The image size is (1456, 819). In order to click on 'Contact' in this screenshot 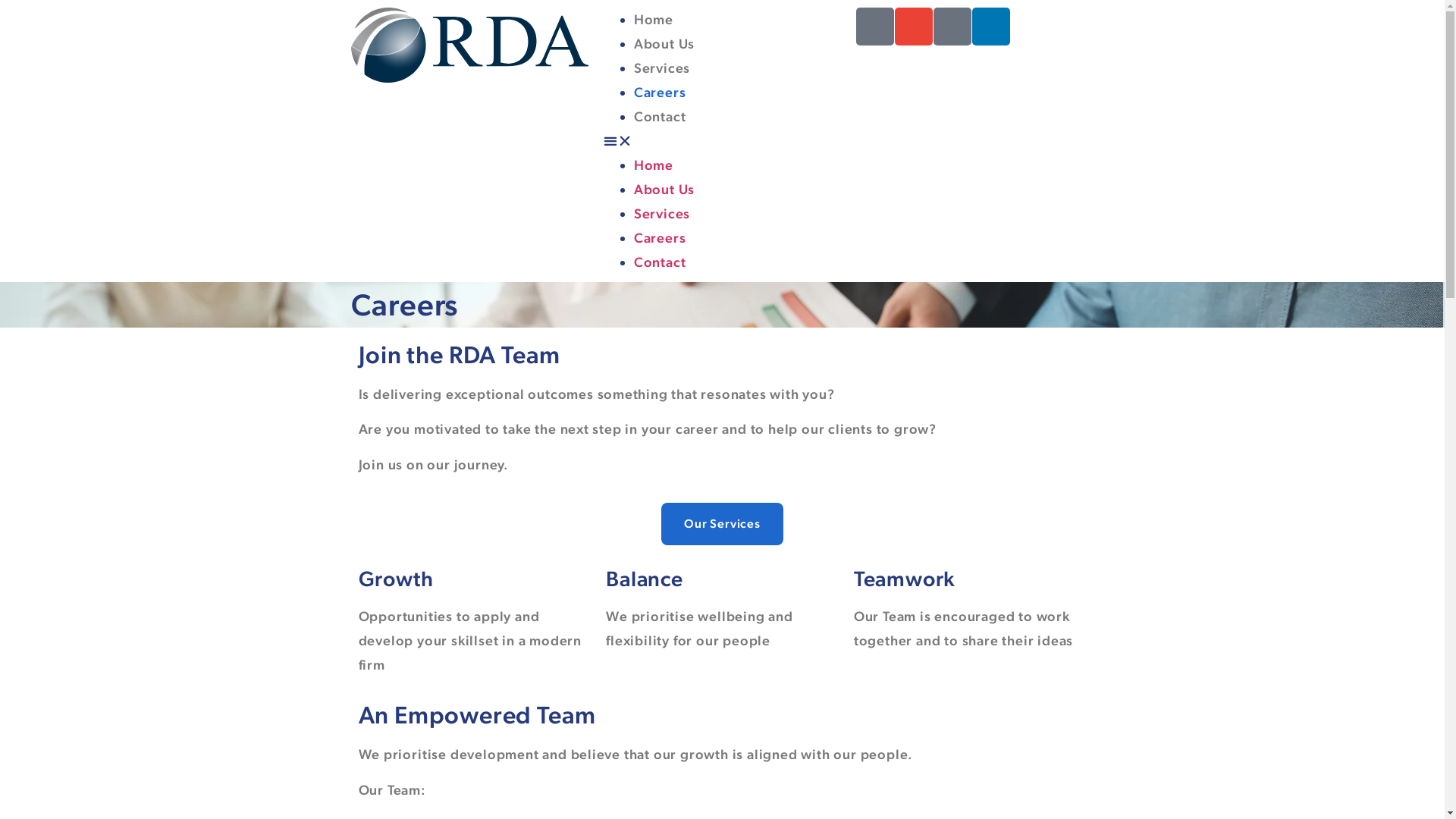, I will do `click(660, 261)`.